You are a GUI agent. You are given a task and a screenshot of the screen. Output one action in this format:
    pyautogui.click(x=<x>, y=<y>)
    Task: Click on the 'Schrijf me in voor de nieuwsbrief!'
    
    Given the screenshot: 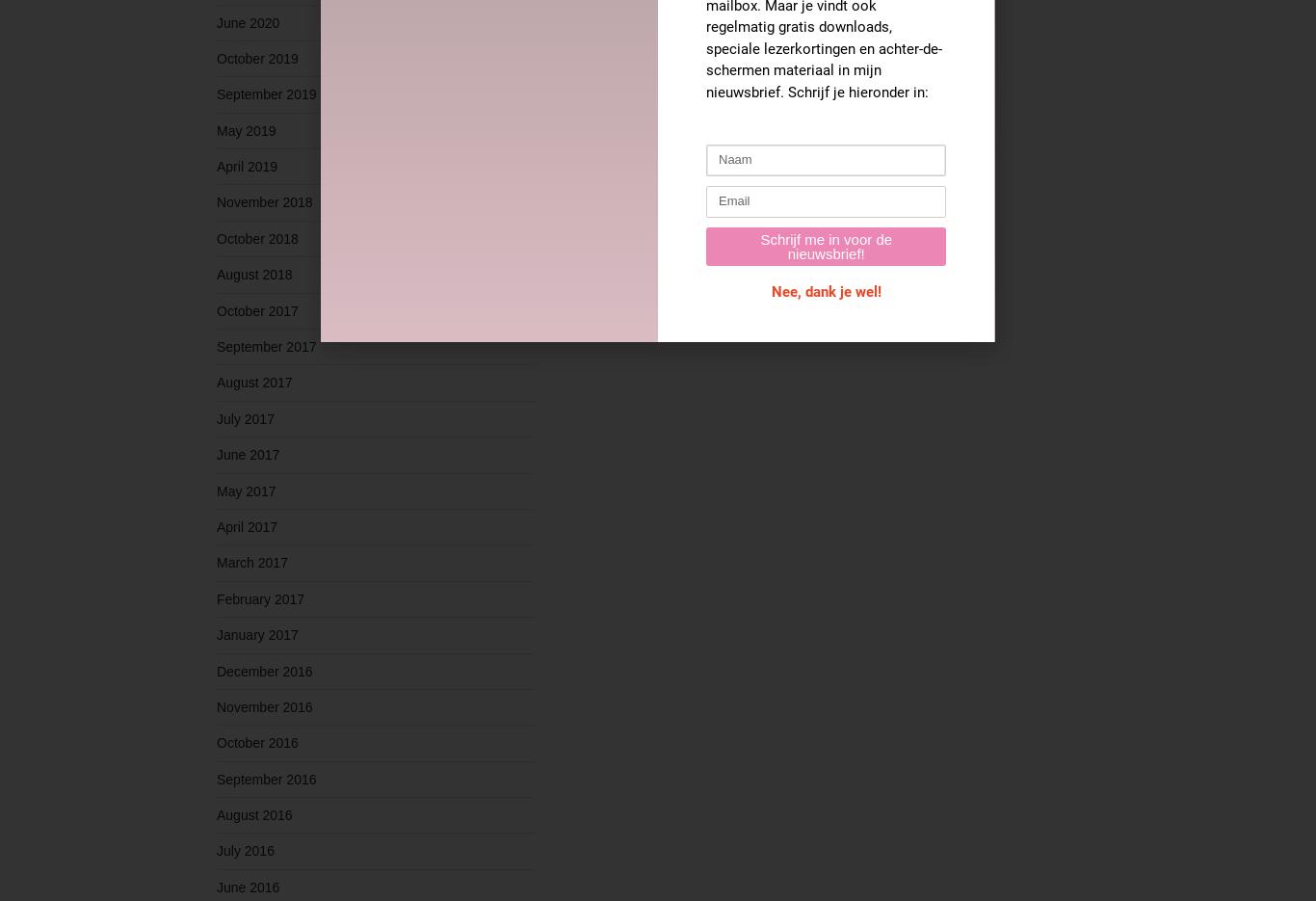 What is the action you would take?
    pyautogui.click(x=825, y=245)
    